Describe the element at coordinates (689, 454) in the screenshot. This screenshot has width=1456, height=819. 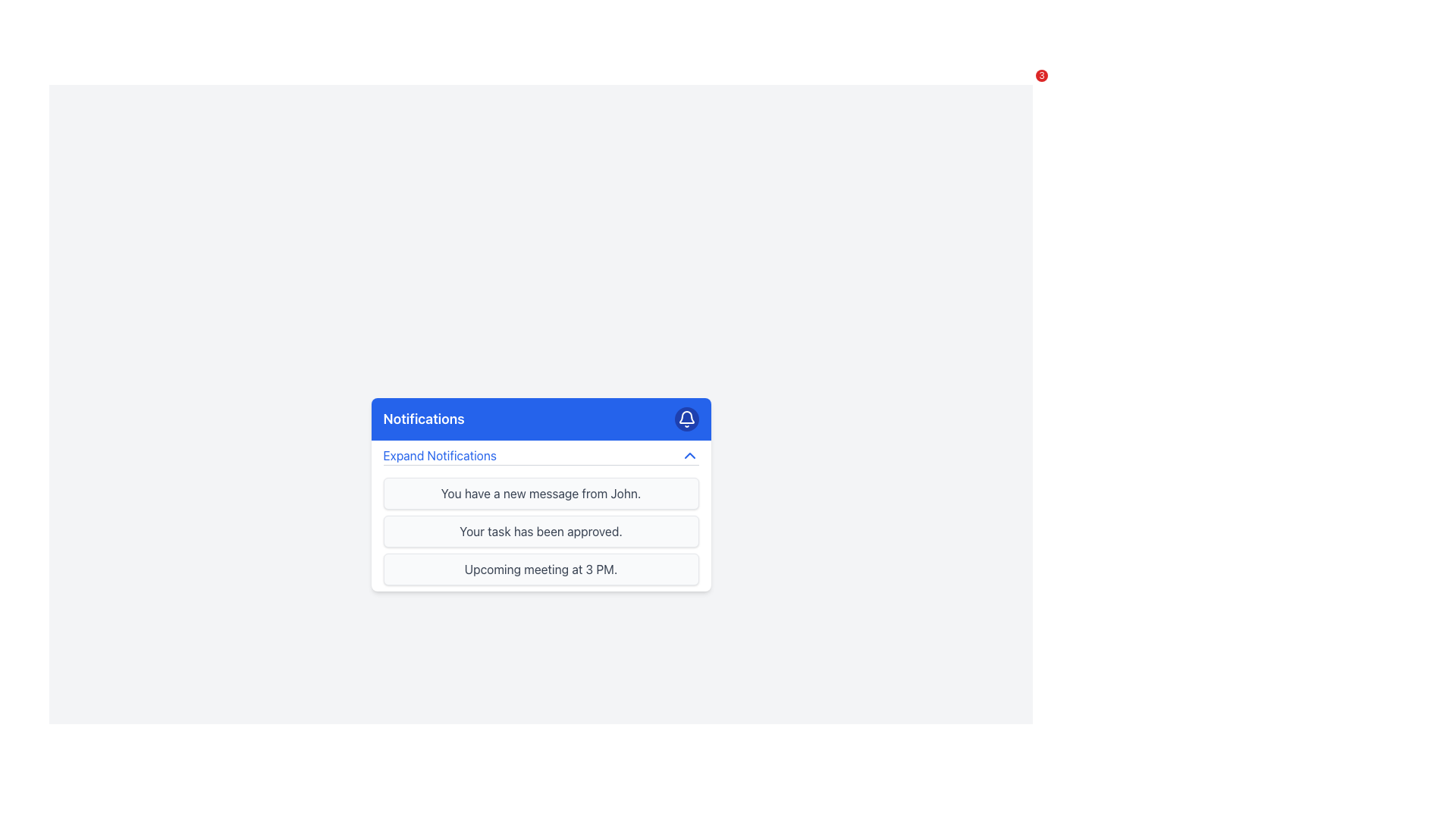
I see `the graphical indicator icon positioned in the upper-right corner of the 'Expand Notifications' section` at that location.